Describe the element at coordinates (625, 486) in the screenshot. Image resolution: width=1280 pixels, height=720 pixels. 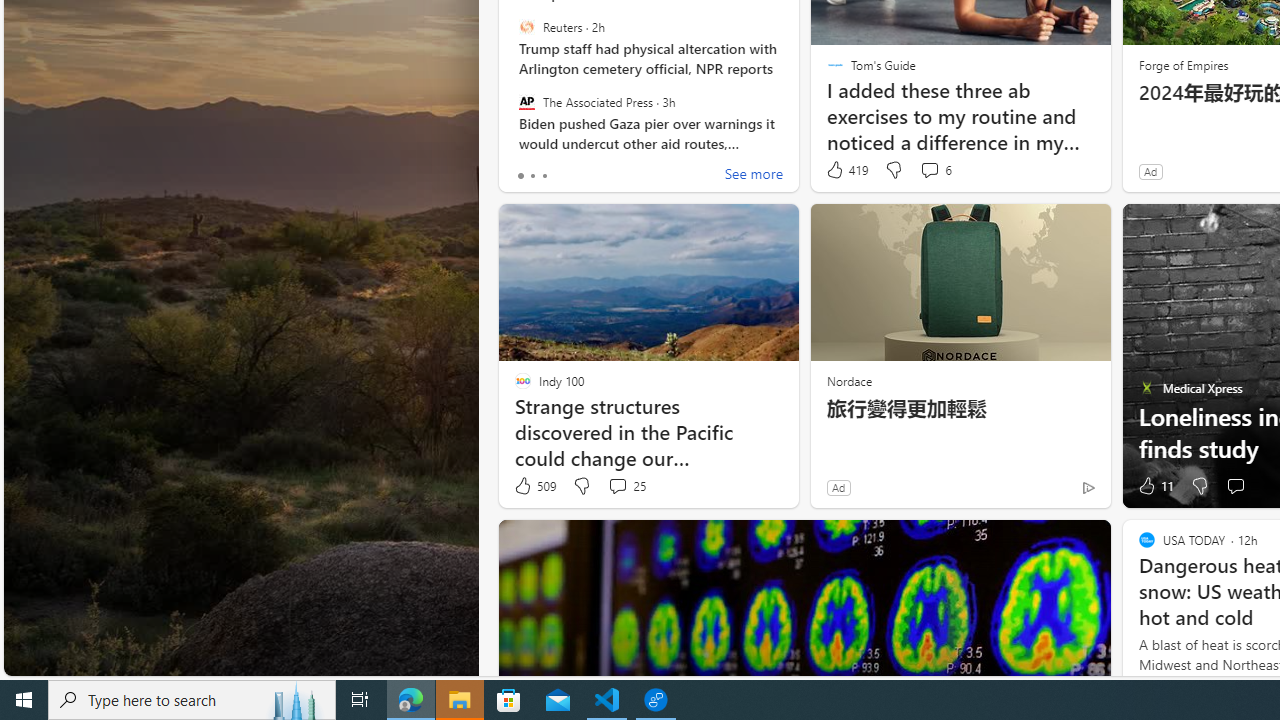
I see `'View comments 25 Comment'` at that location.